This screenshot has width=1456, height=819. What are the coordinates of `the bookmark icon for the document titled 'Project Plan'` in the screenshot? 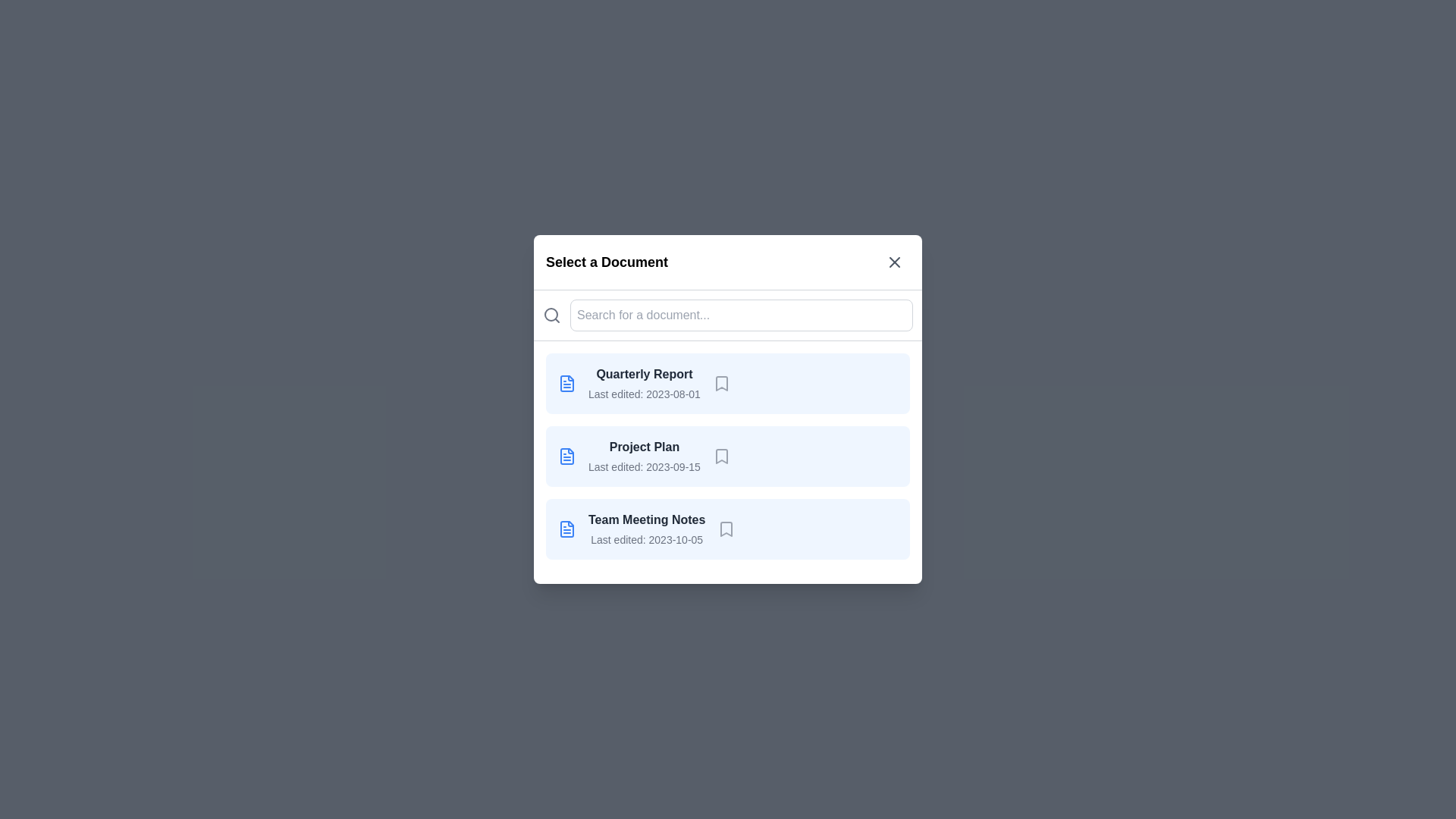 It's located at (720, 455).